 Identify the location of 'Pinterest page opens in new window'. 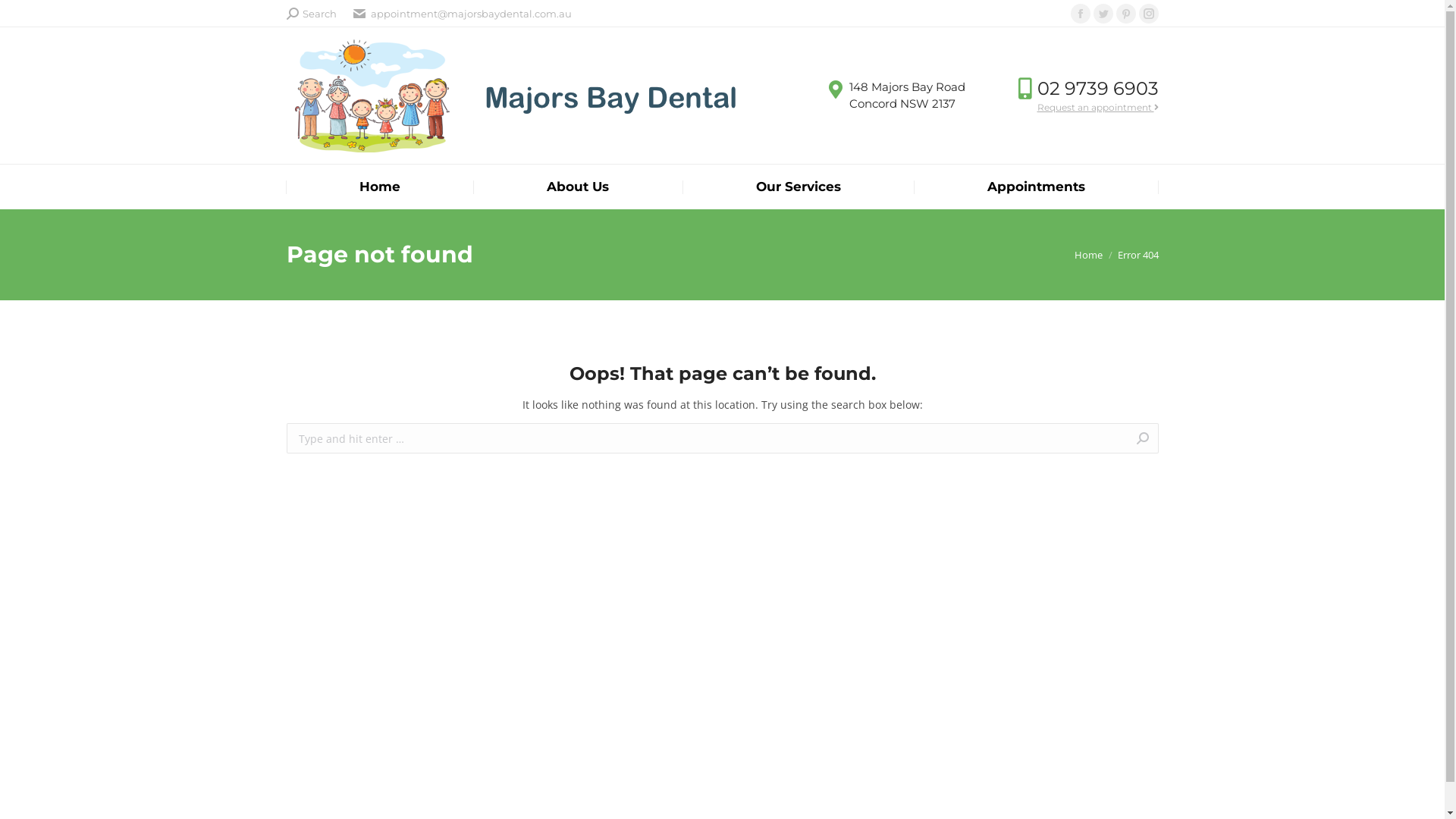
(1125, 14).